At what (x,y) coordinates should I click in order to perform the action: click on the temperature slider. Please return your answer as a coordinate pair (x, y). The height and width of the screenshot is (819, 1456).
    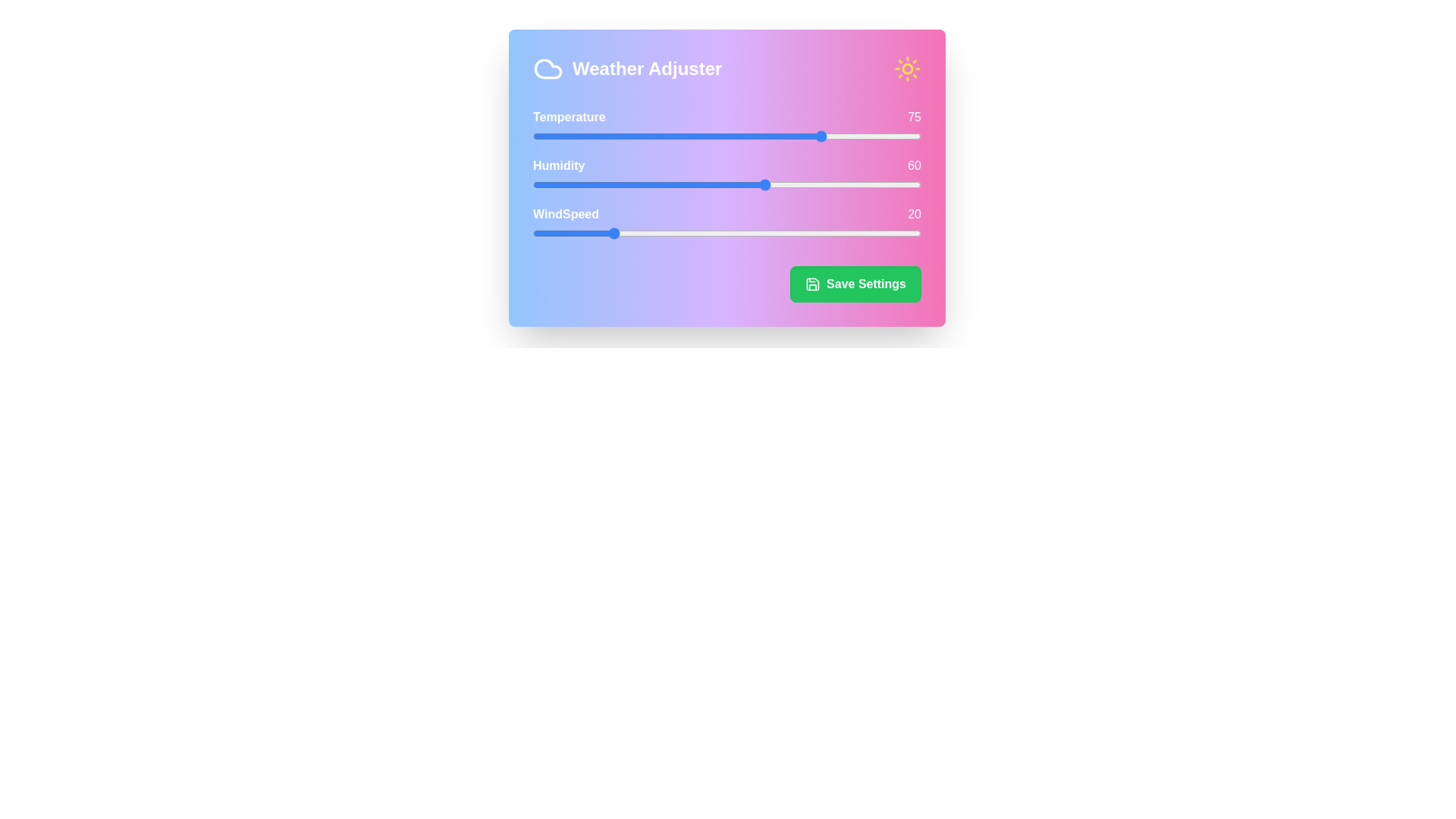
    Looking at the image, I should click on (808, 136).